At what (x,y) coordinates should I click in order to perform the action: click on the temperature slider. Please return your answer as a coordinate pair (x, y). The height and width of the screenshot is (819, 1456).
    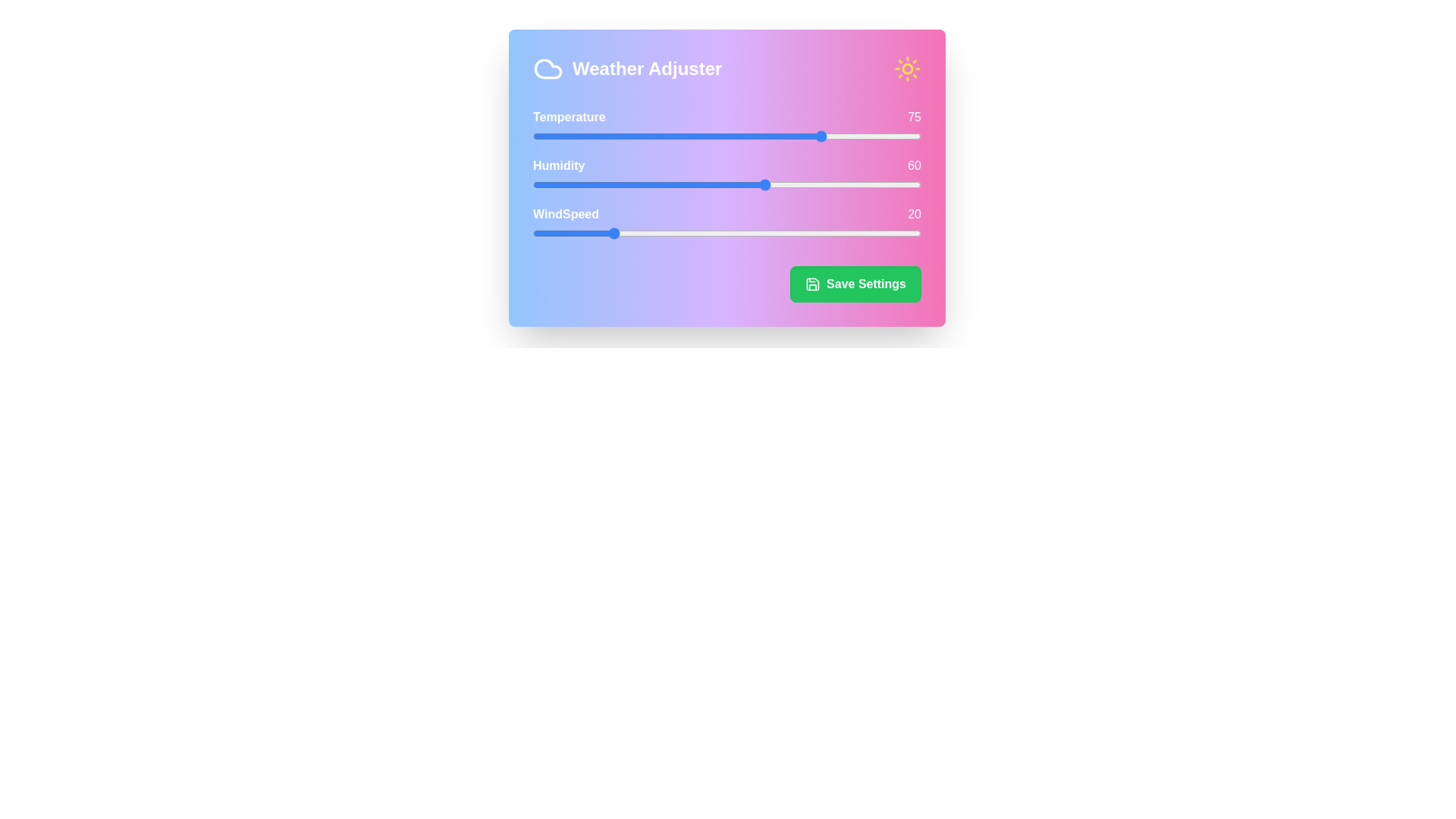
    Looking at the image, I should click on (808, 136).